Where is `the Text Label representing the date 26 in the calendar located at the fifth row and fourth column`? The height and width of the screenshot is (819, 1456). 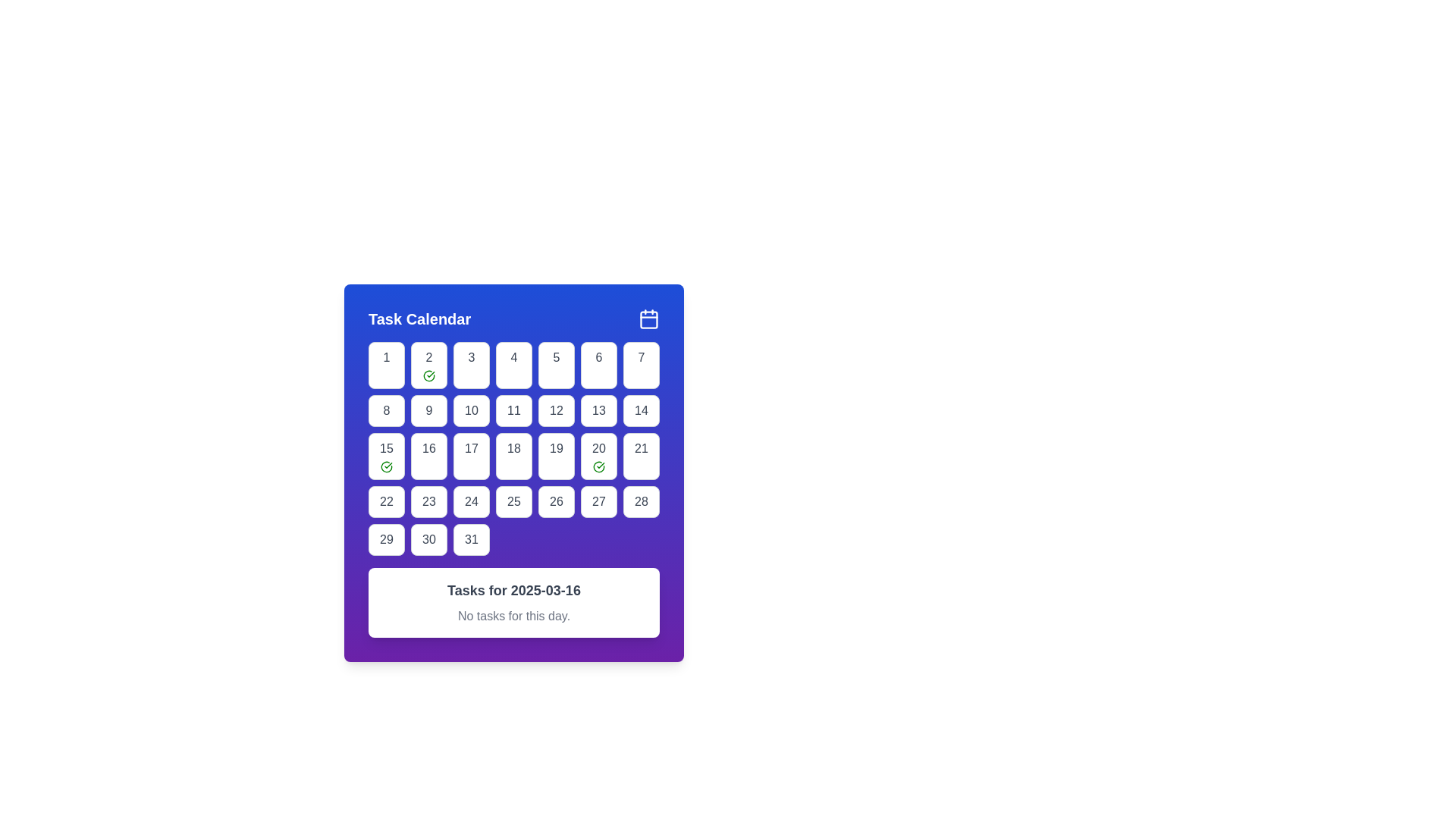 the Text Label representing the date 26 in the calendar located at the fifth row and fourth column is located at coordinates (556, 502).